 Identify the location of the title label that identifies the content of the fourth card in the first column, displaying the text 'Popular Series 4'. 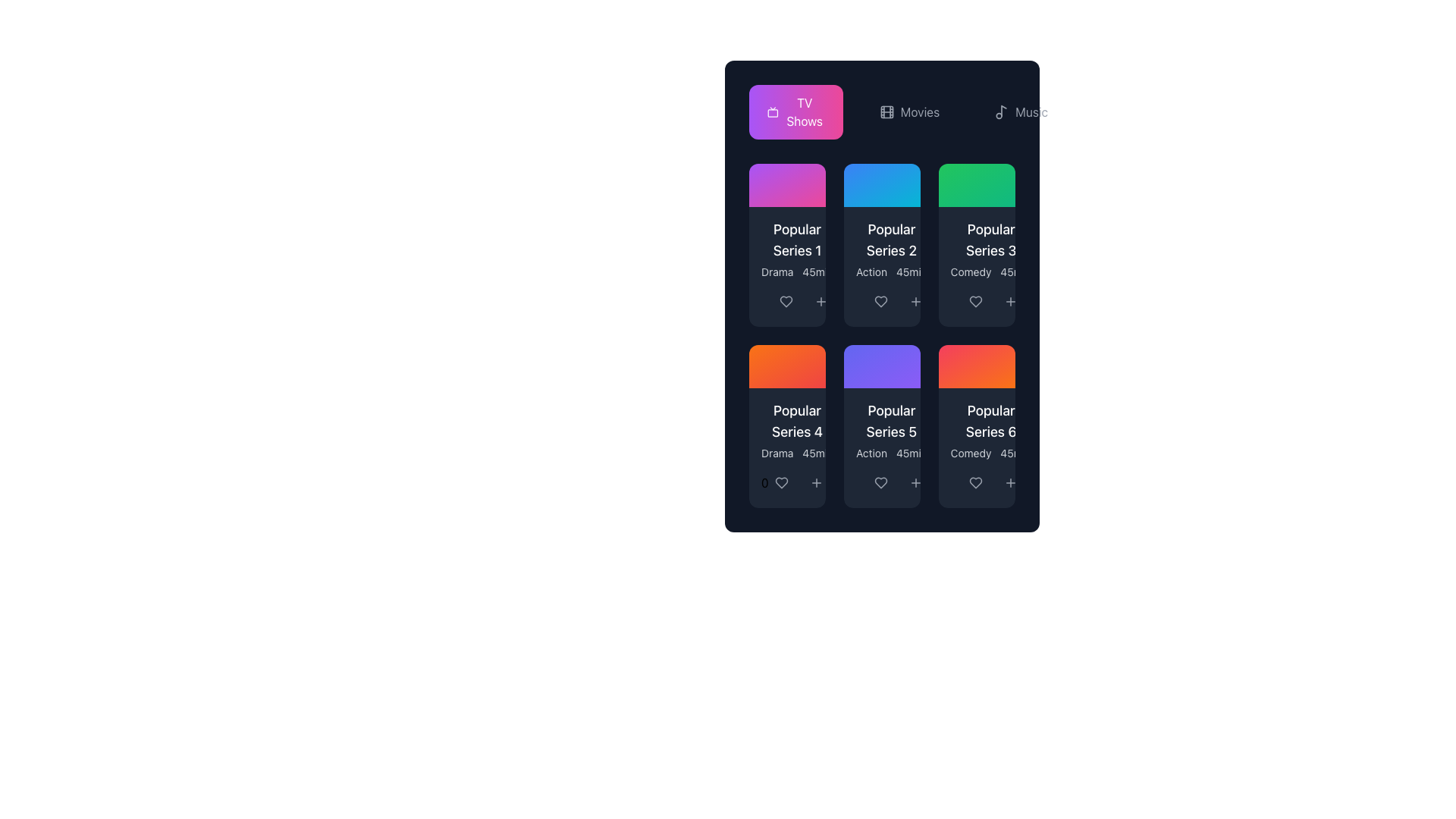
(796, 421).